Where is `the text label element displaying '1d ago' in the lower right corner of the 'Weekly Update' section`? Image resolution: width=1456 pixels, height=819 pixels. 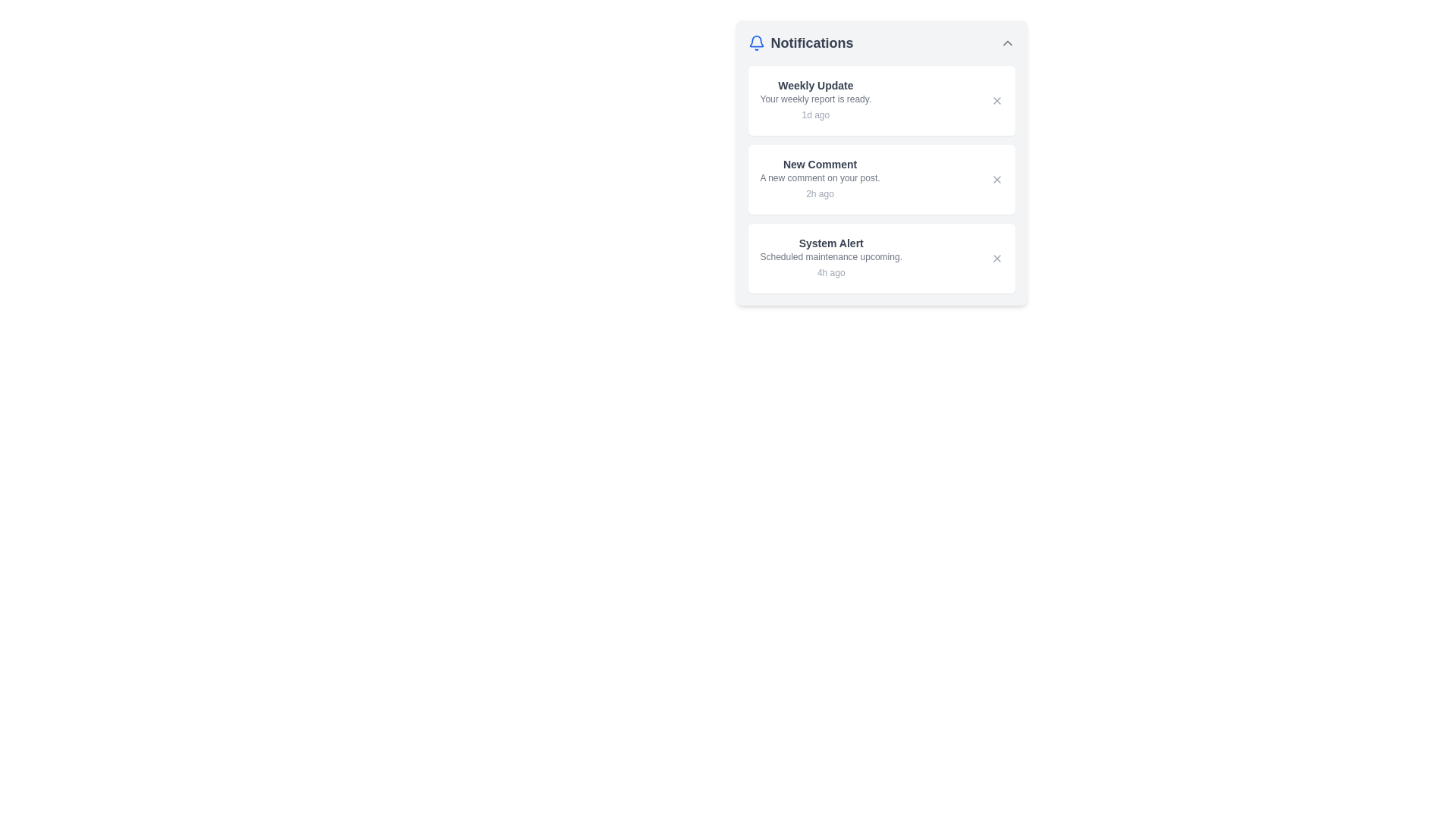 the text label element displaying '1d ago' in the lower right corner of the 'Weekly Update' section is located at coordinates (814, 114).